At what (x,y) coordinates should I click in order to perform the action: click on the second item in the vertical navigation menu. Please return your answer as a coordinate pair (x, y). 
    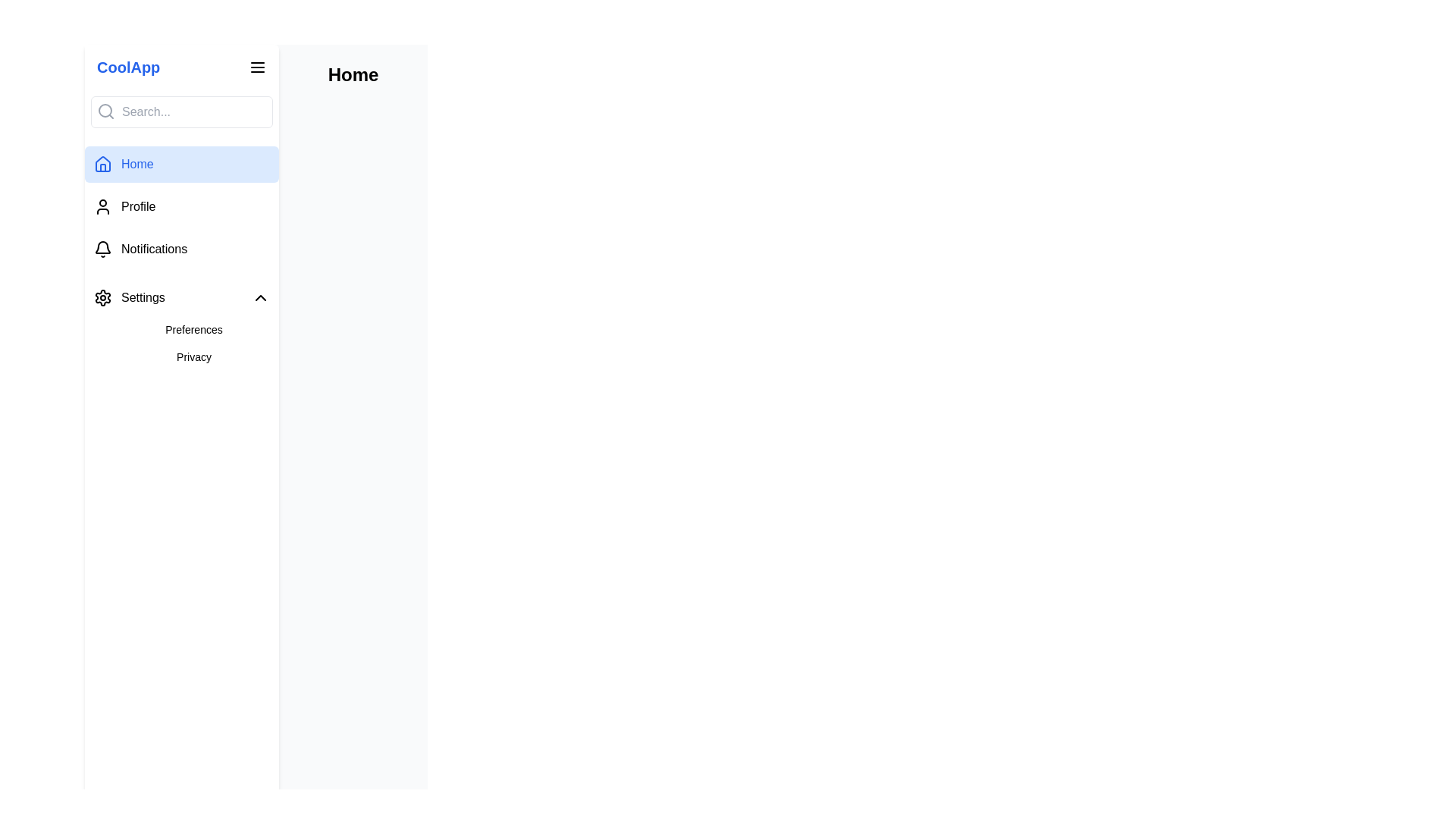
    Looking at the image, I should click on (138, 207).